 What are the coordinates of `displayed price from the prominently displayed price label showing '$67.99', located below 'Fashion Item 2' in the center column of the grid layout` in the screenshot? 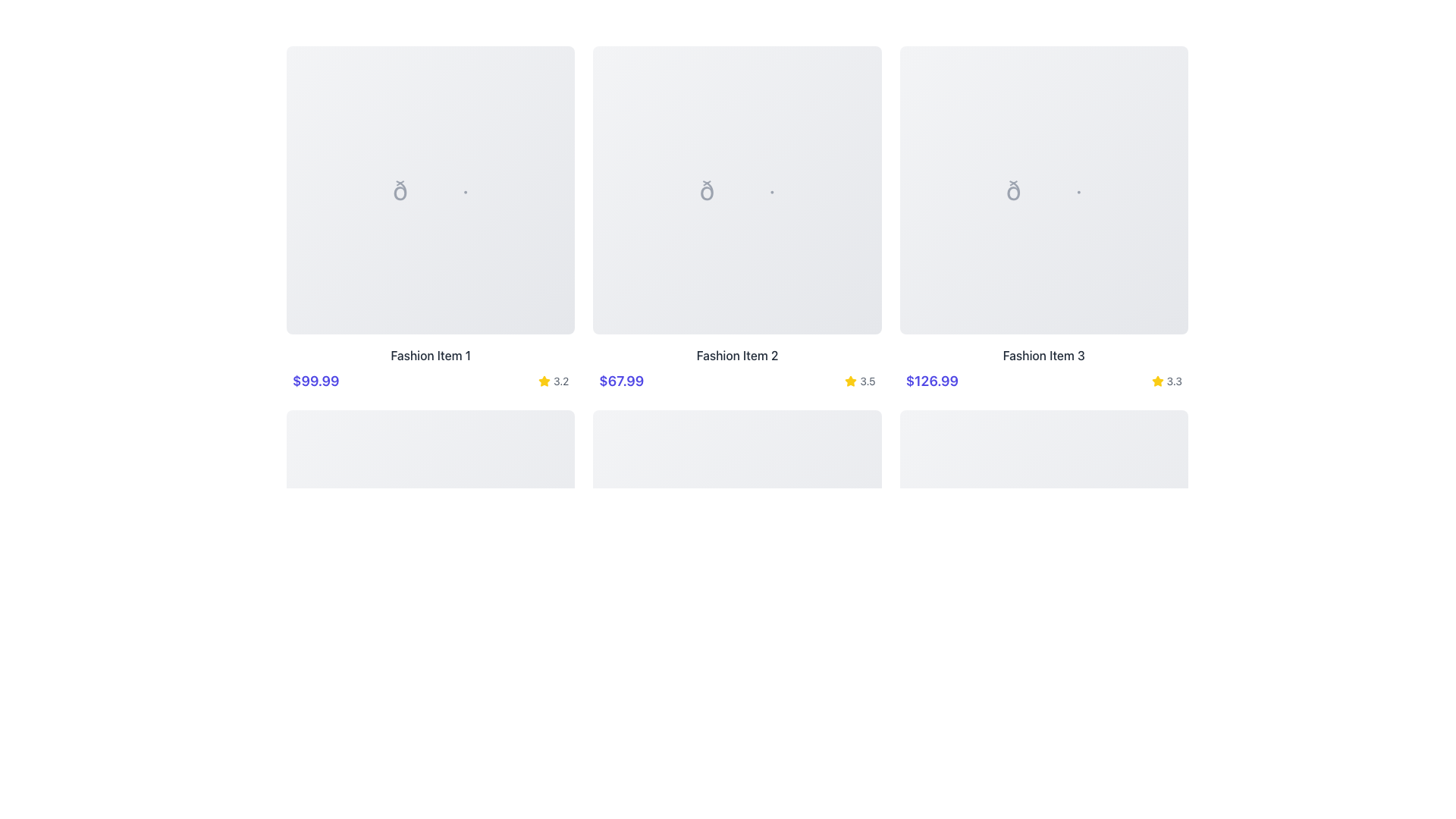 It's located at (621, 381).